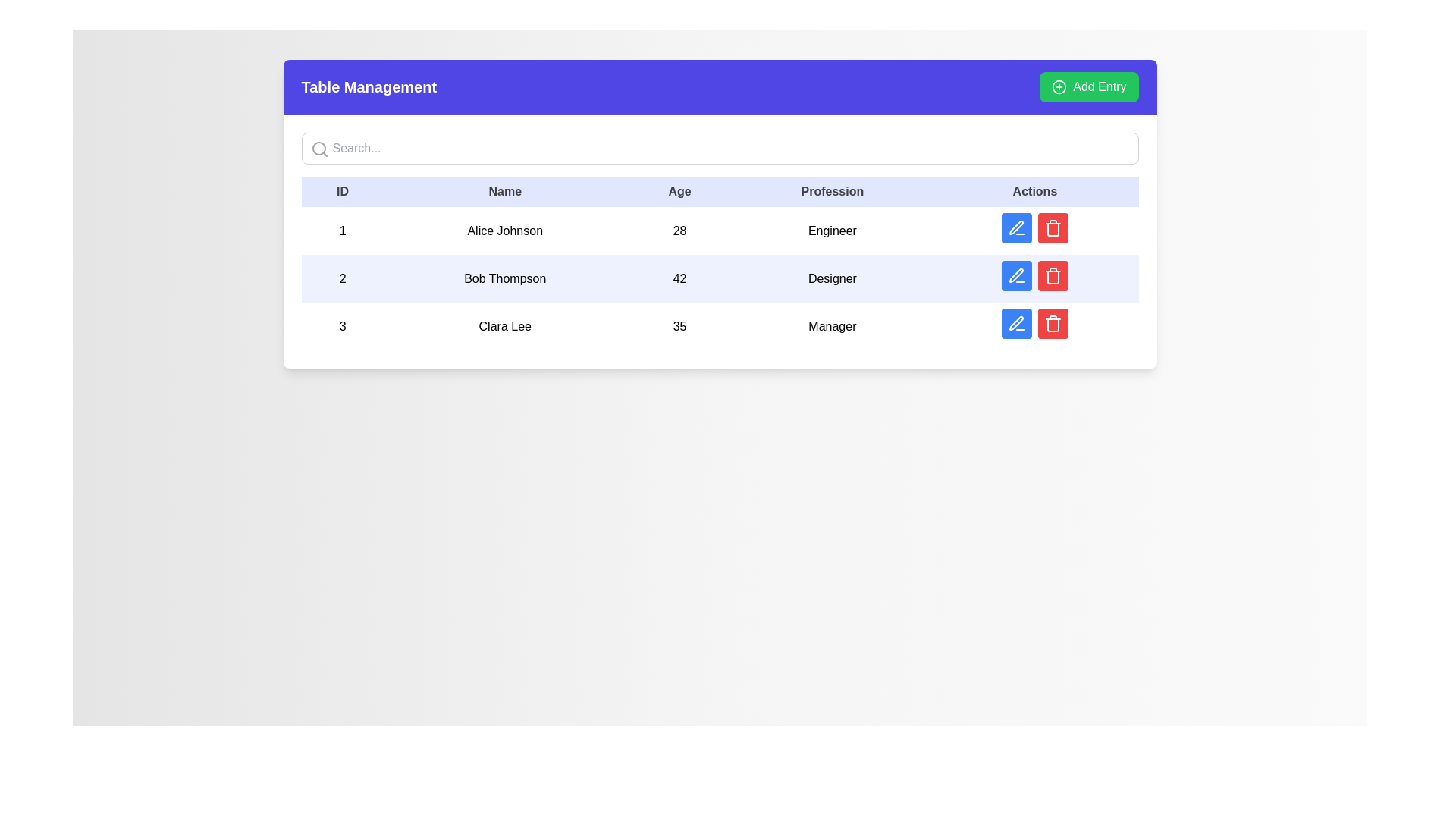 The width and height of the screenshot is (1456, 819). Describe the element at coordinates (342, 325) in the screenshot. I see `the Text display field that indicates the identifier number in the third row of the table under the 'ID' column` at that location.